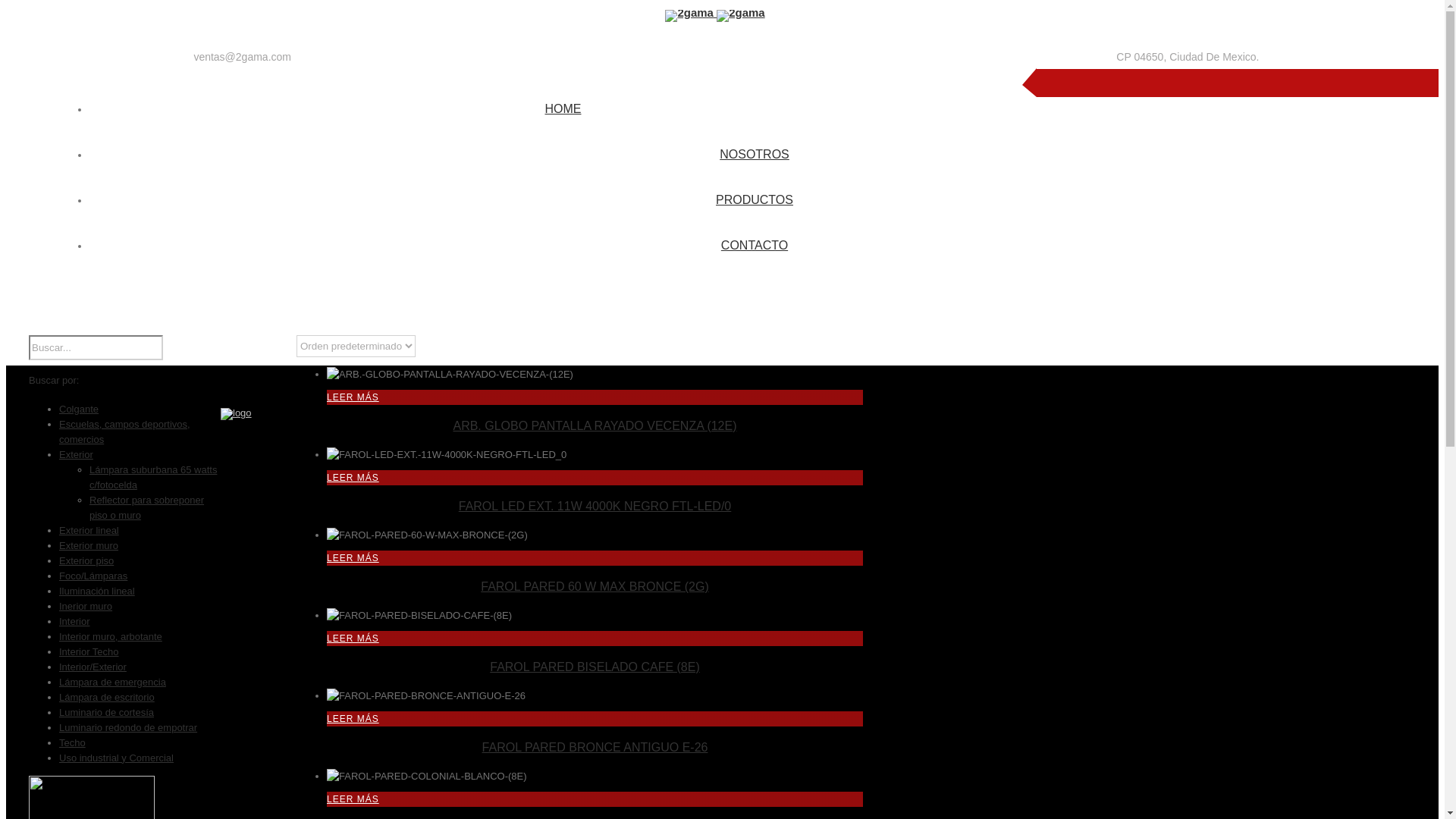 The image size is (1456, 819). Describe the element at coordinates (85, 605) in the screenshot. I see `'Inerior muro'` at that location.